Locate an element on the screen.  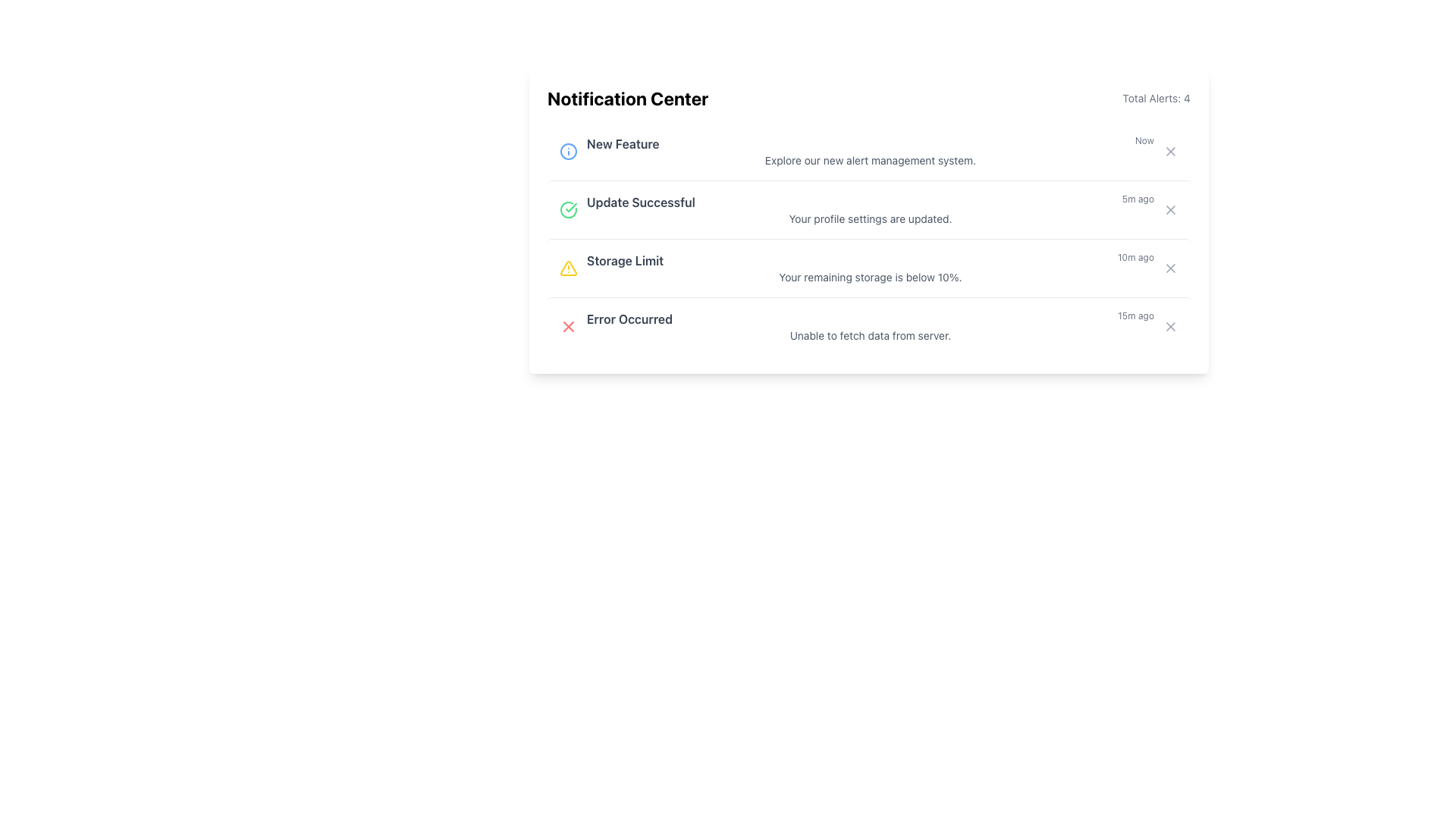
the third notification message in the notification center to interact with it, which informs the user about their storage limit being nearly full is located at coordinates (870, 268).